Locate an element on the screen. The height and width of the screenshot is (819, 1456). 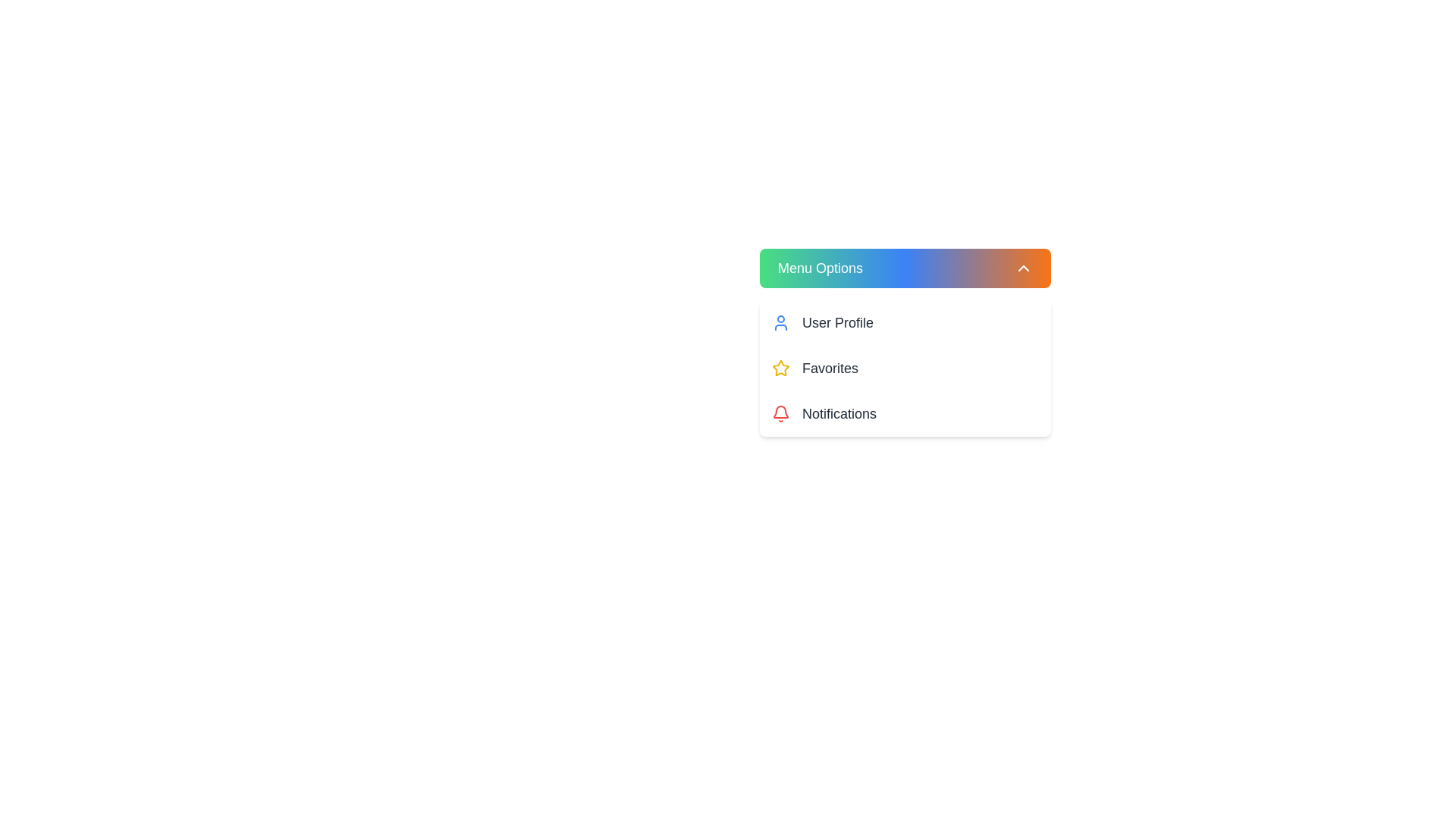
the 'Favorites' text label located in the dropdown menu titled 'Menu Options', positioned below 'User Profile' and above 'Notifications' is located at coordinates (829, 369).